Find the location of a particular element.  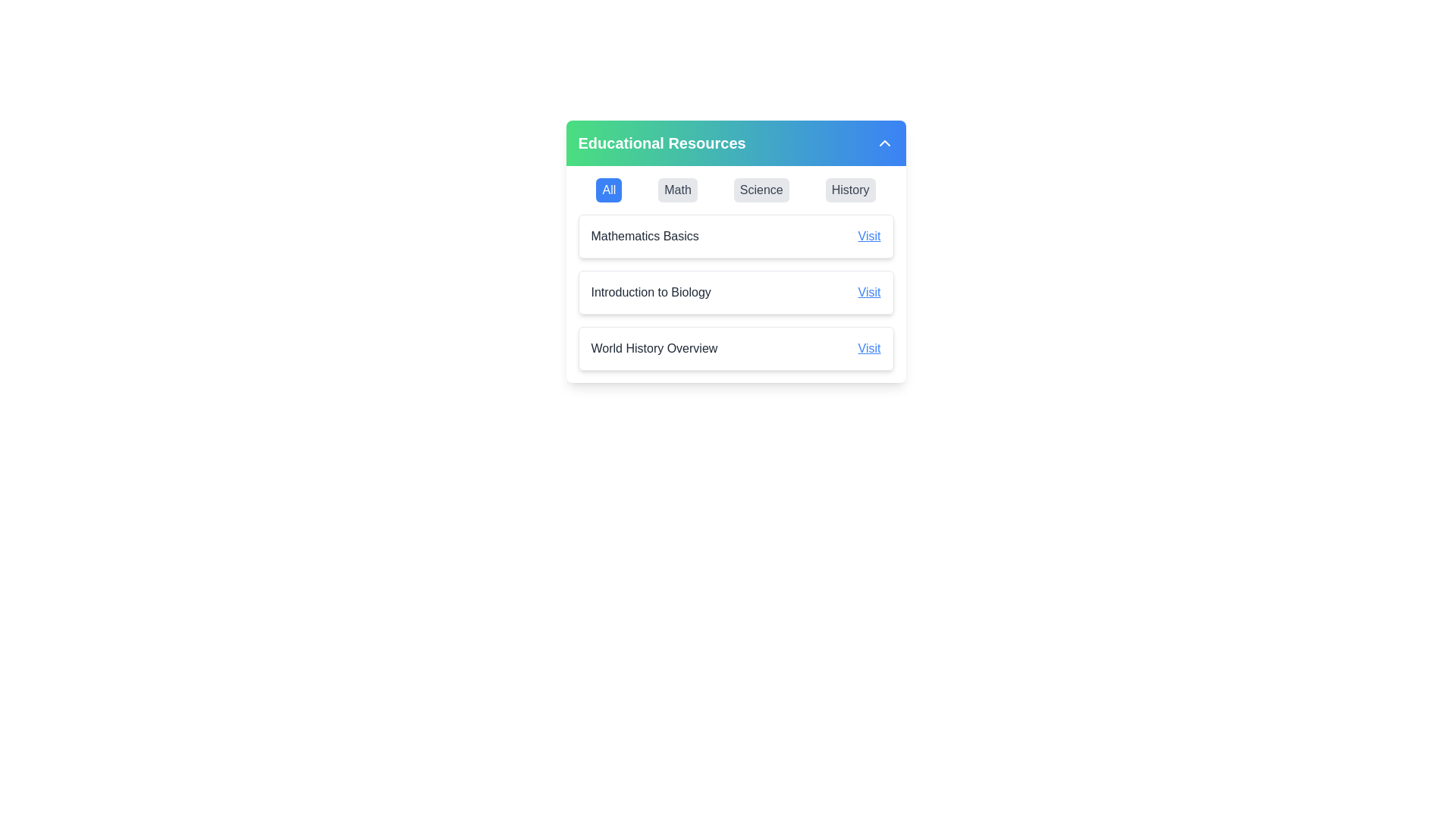

the second hyperlink is located at coordinates (869, 237).